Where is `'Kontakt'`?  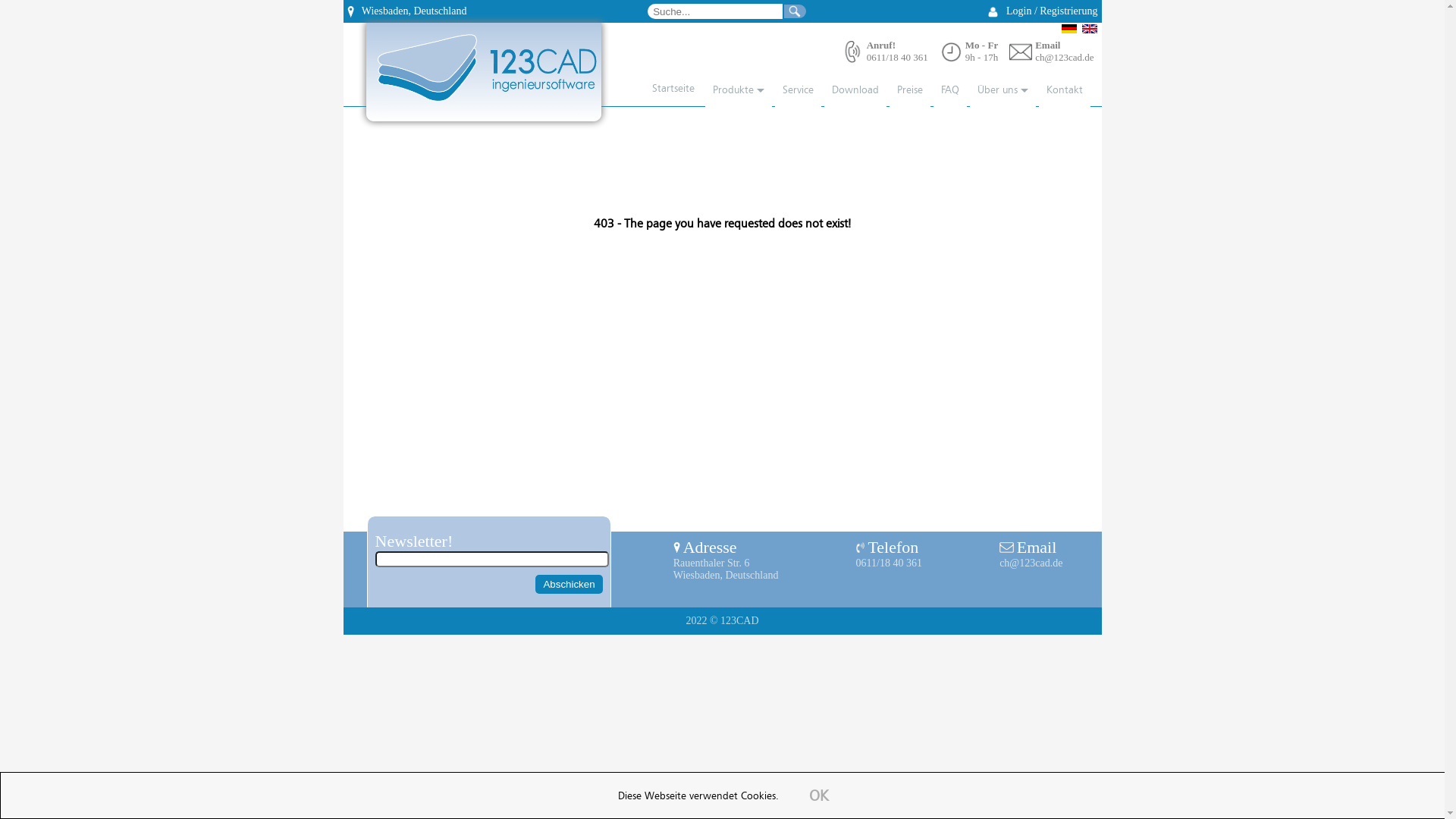
'Kontakt' is located at coordinates (1063, 90).